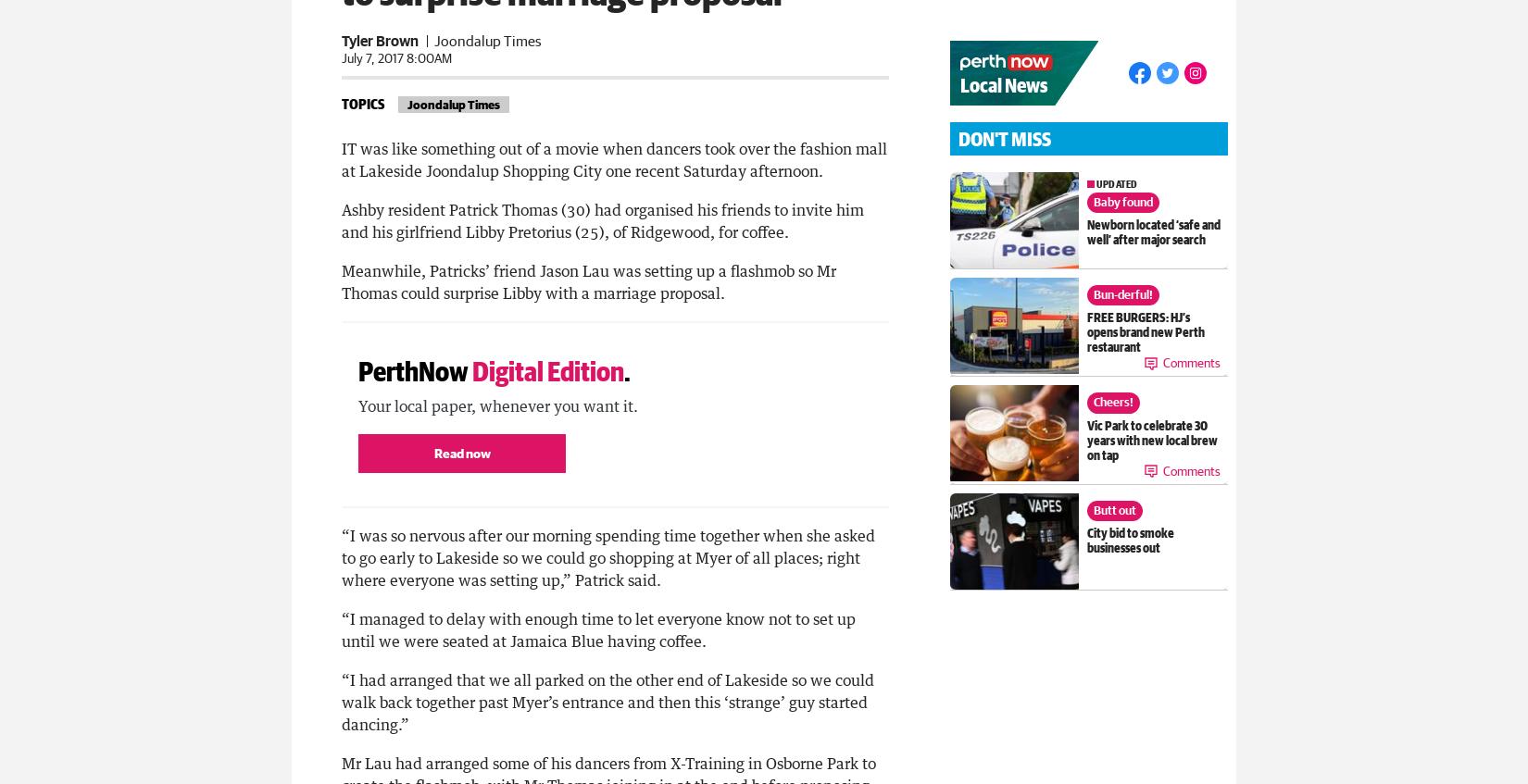  Describe the element at coordinates (395, 55) in the screenshot. I see `'July 7, 2017 8:00AM'` at that location.